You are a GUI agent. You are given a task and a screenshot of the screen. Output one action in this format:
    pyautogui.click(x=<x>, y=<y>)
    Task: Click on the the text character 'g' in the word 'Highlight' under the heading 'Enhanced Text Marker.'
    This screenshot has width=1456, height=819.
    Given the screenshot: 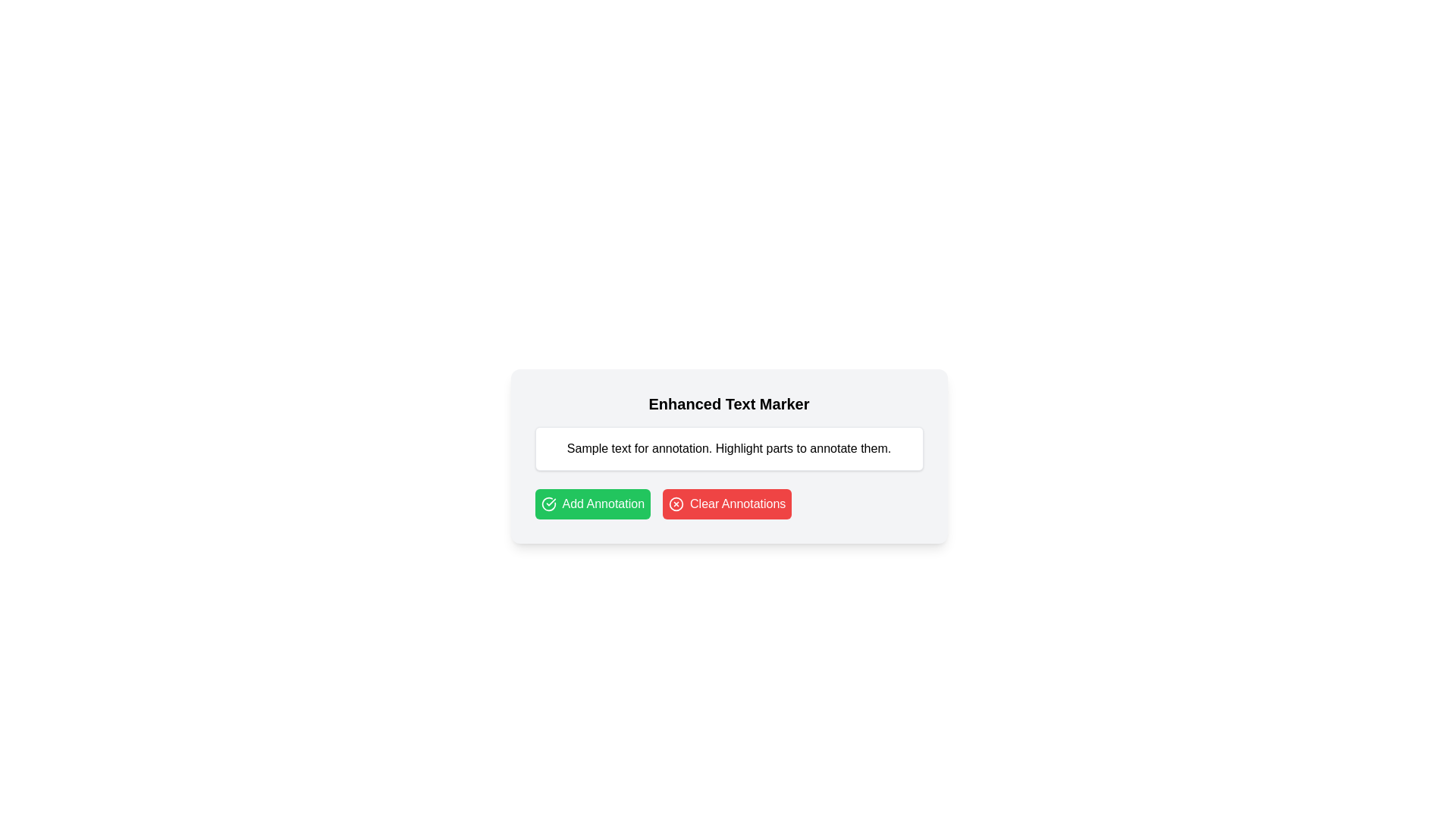 What is the action you would take?
    pyautogui.click(x=749, y=447)
    